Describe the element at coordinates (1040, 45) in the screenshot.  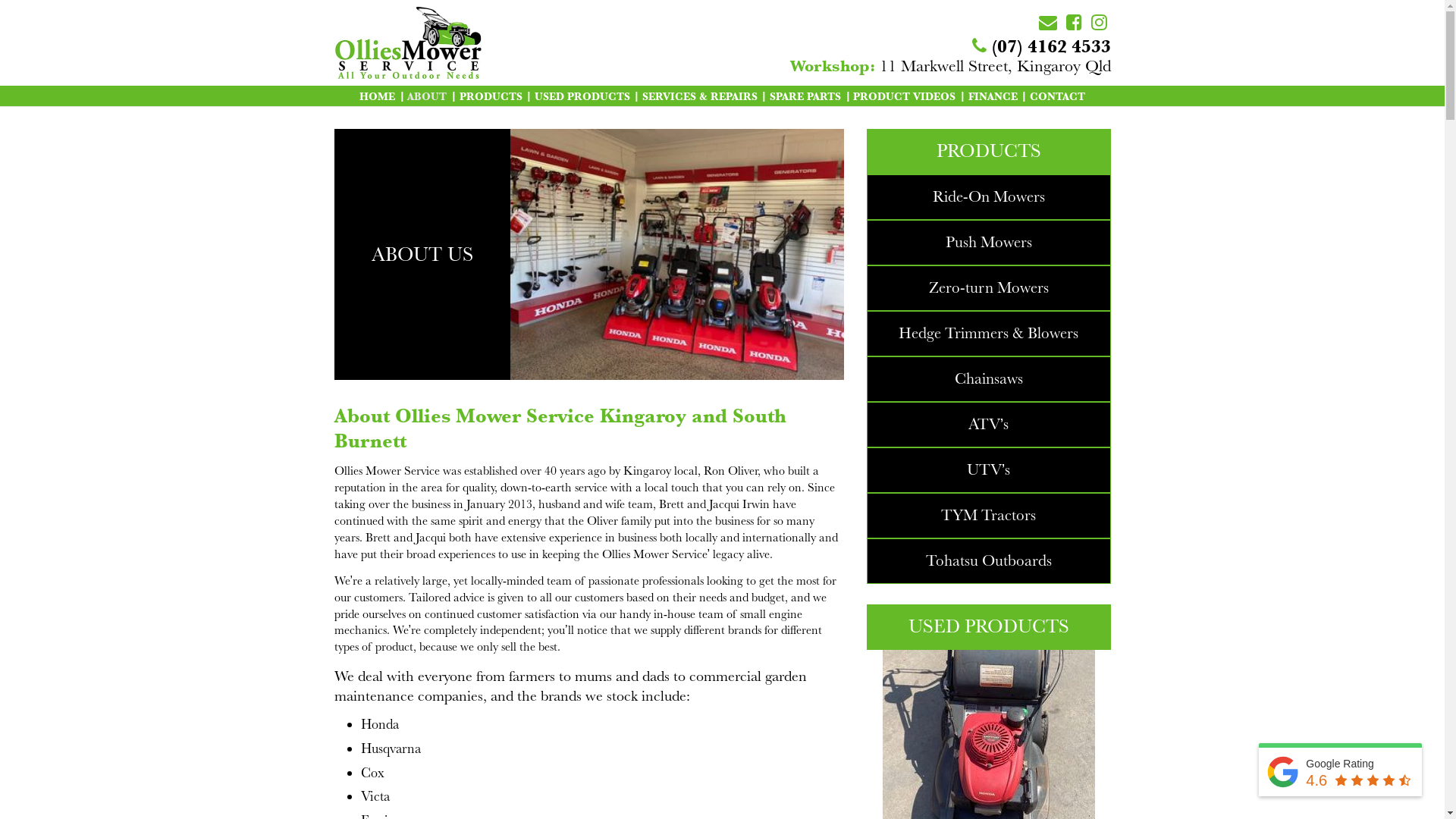
I see `'(07) 4162 4533'` at that location.